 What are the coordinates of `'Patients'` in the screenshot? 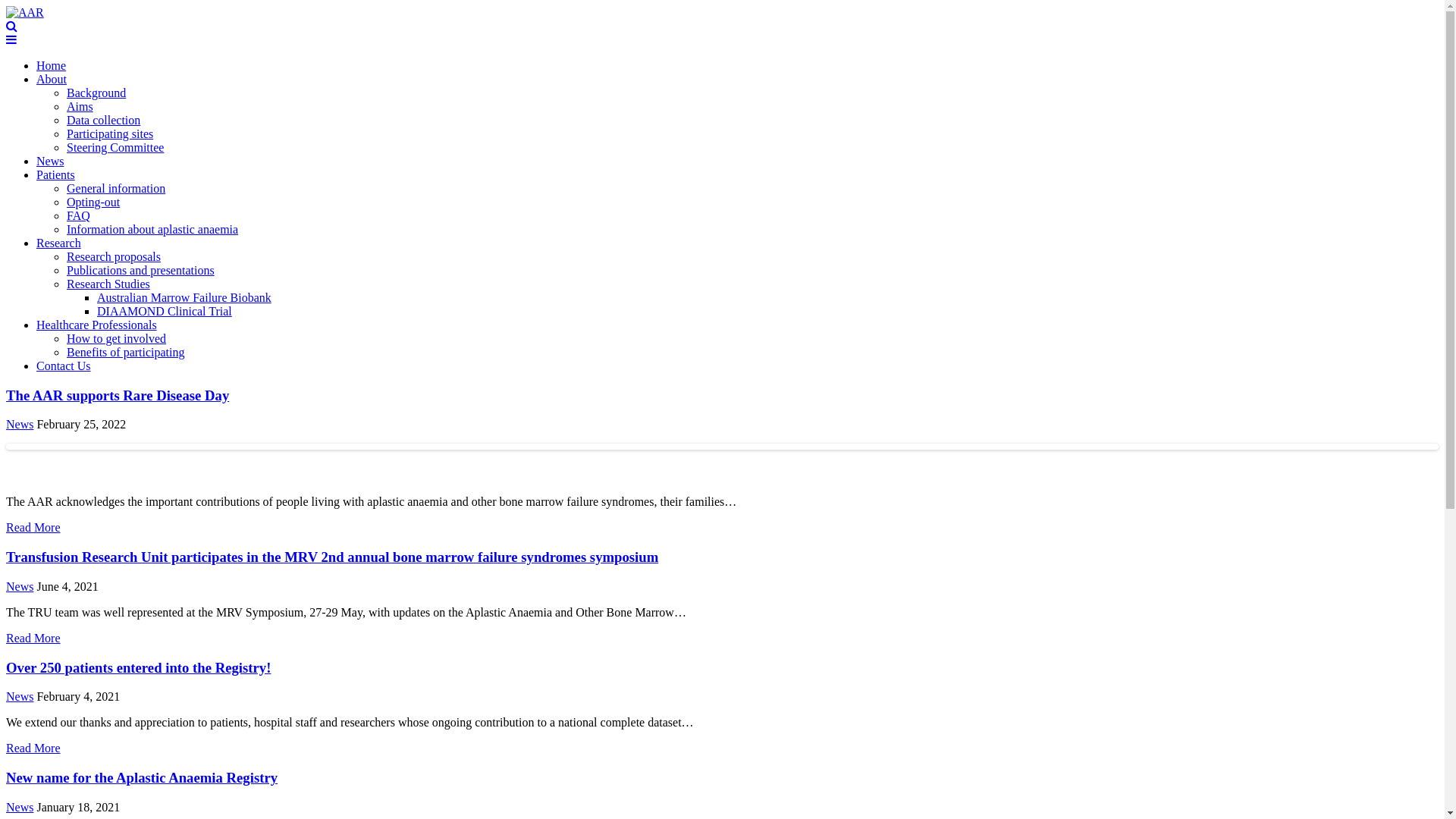 It's located at (55, 174).